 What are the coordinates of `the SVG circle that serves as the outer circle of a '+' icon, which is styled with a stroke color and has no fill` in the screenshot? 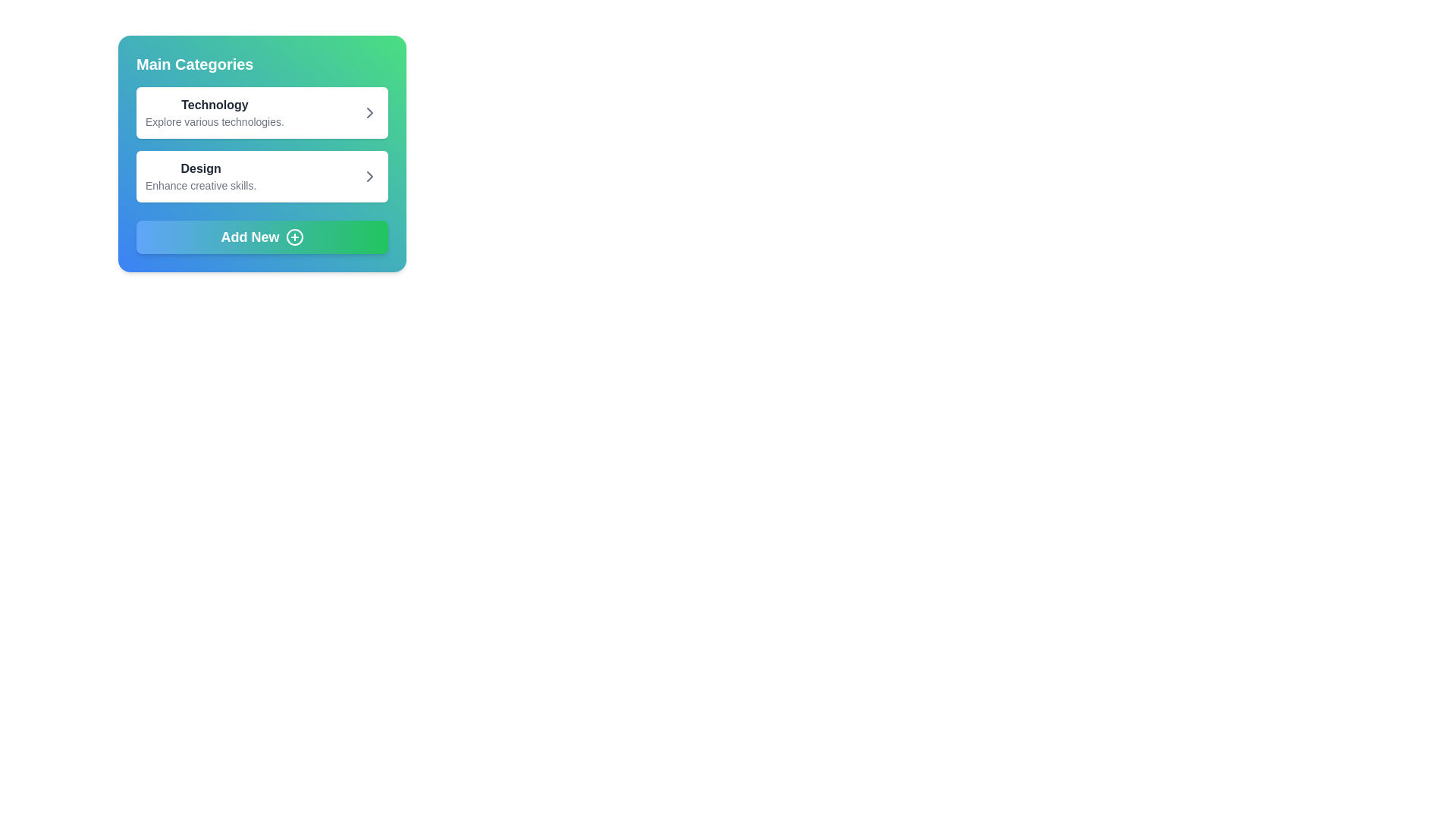 It's located at (294, 237).